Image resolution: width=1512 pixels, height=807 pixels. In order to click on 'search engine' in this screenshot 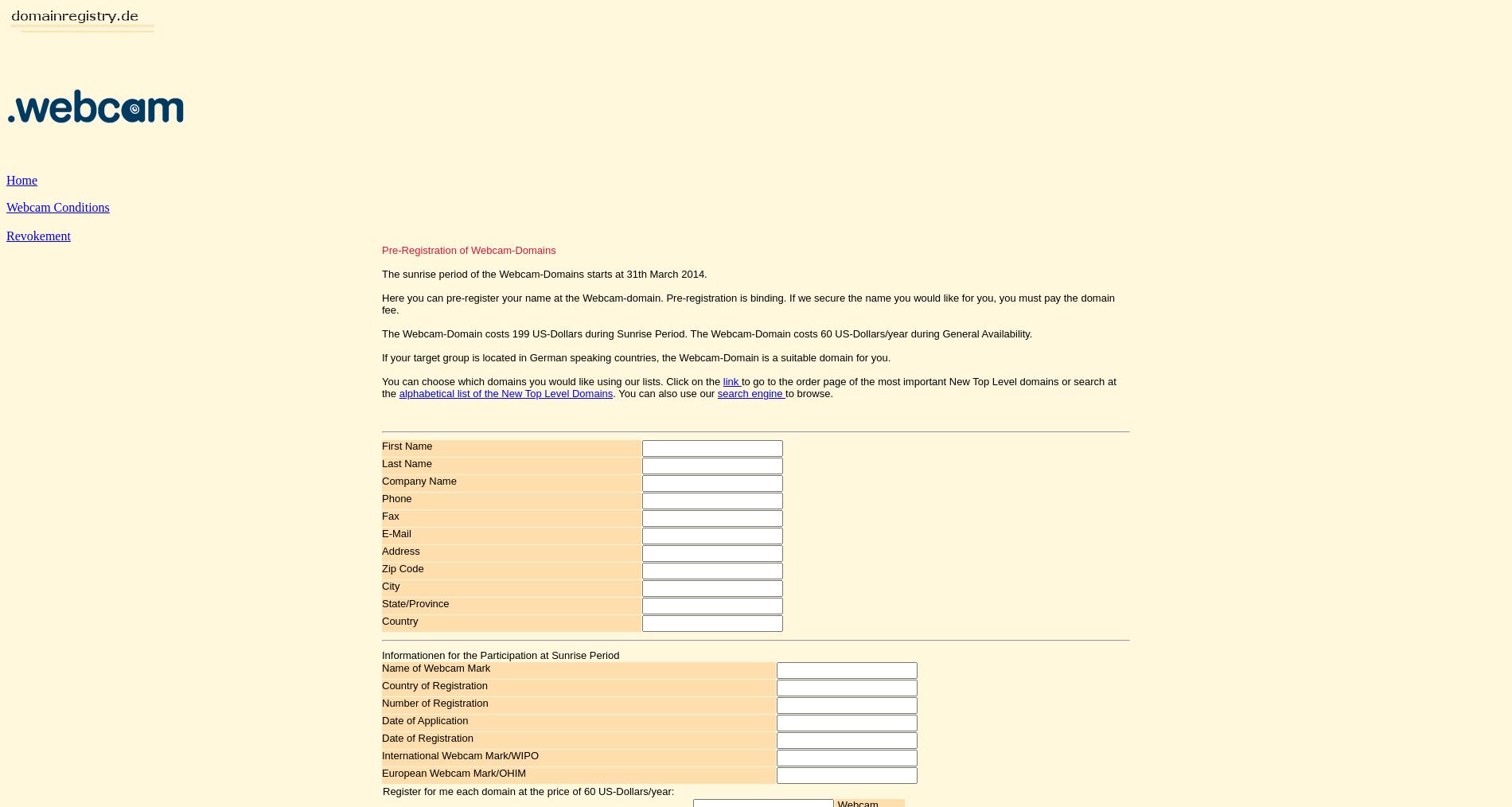, I will do `click(750, 393)`.